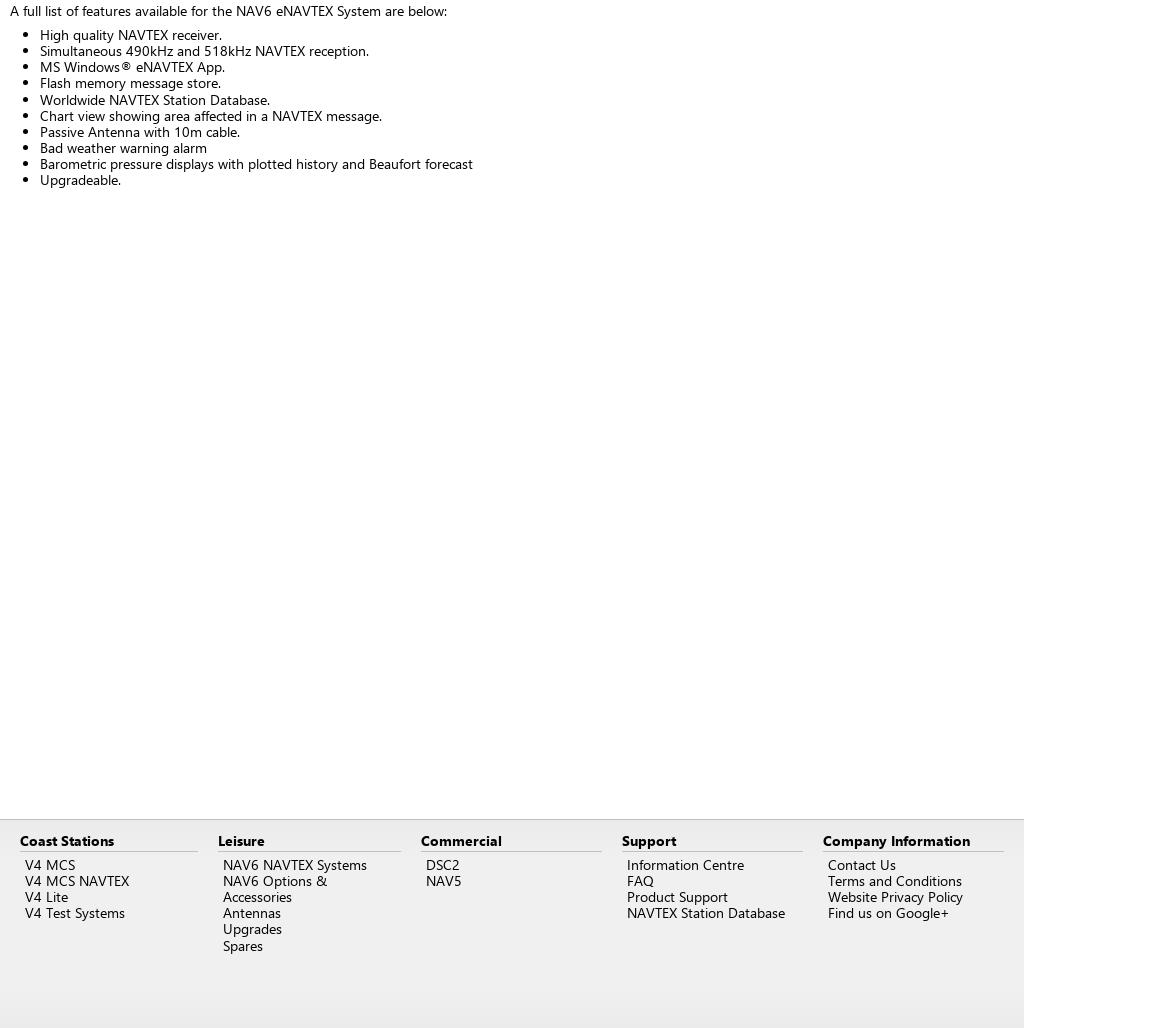  What do you see at coordinates (39, 162) in the screenshot?
I see `'Barometric pressure displays with plotted history and Beaufort forecast'` at bounding box center [39, 162].